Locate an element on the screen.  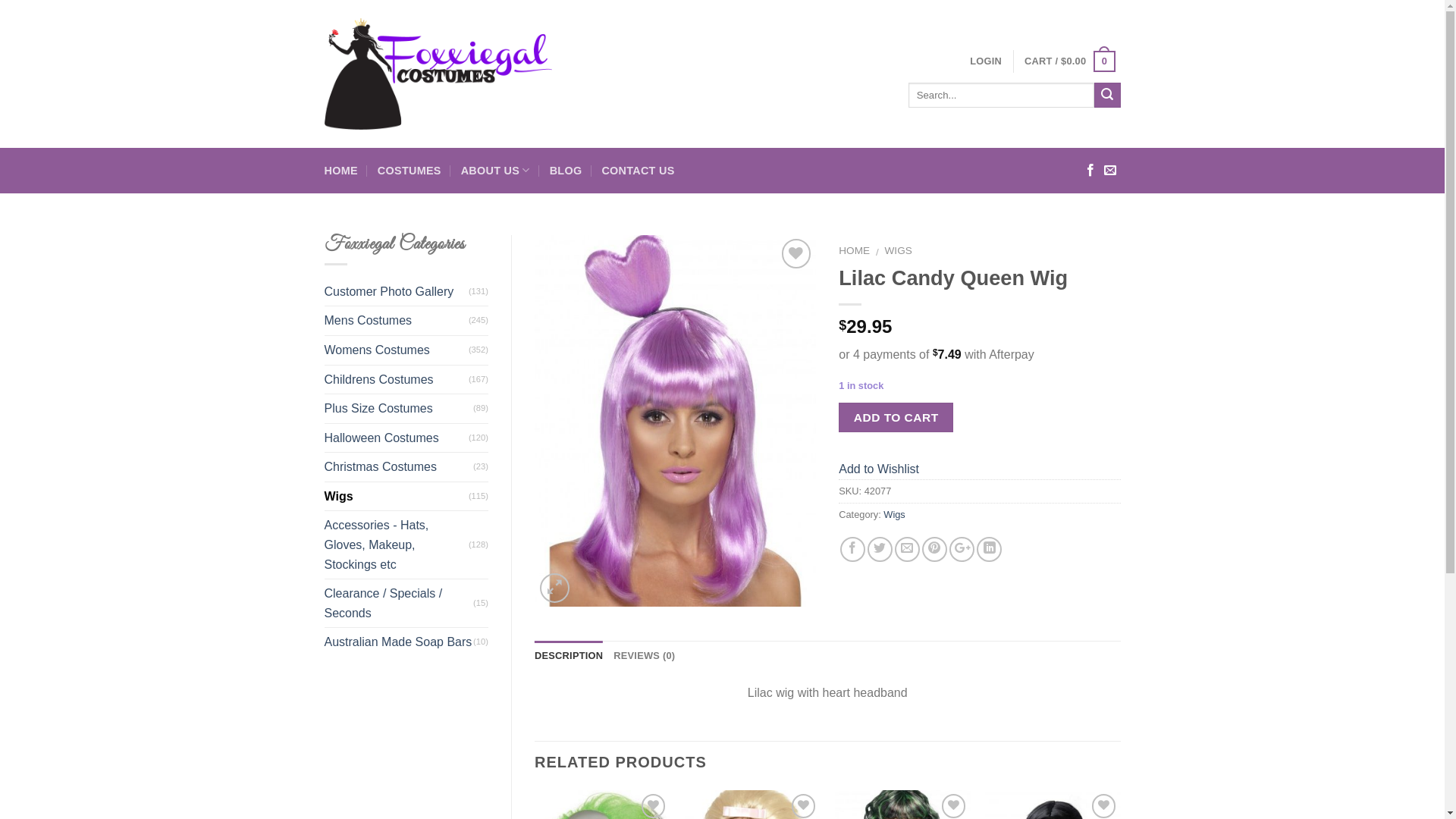
'HOME' is located at coordinates (837, 249).